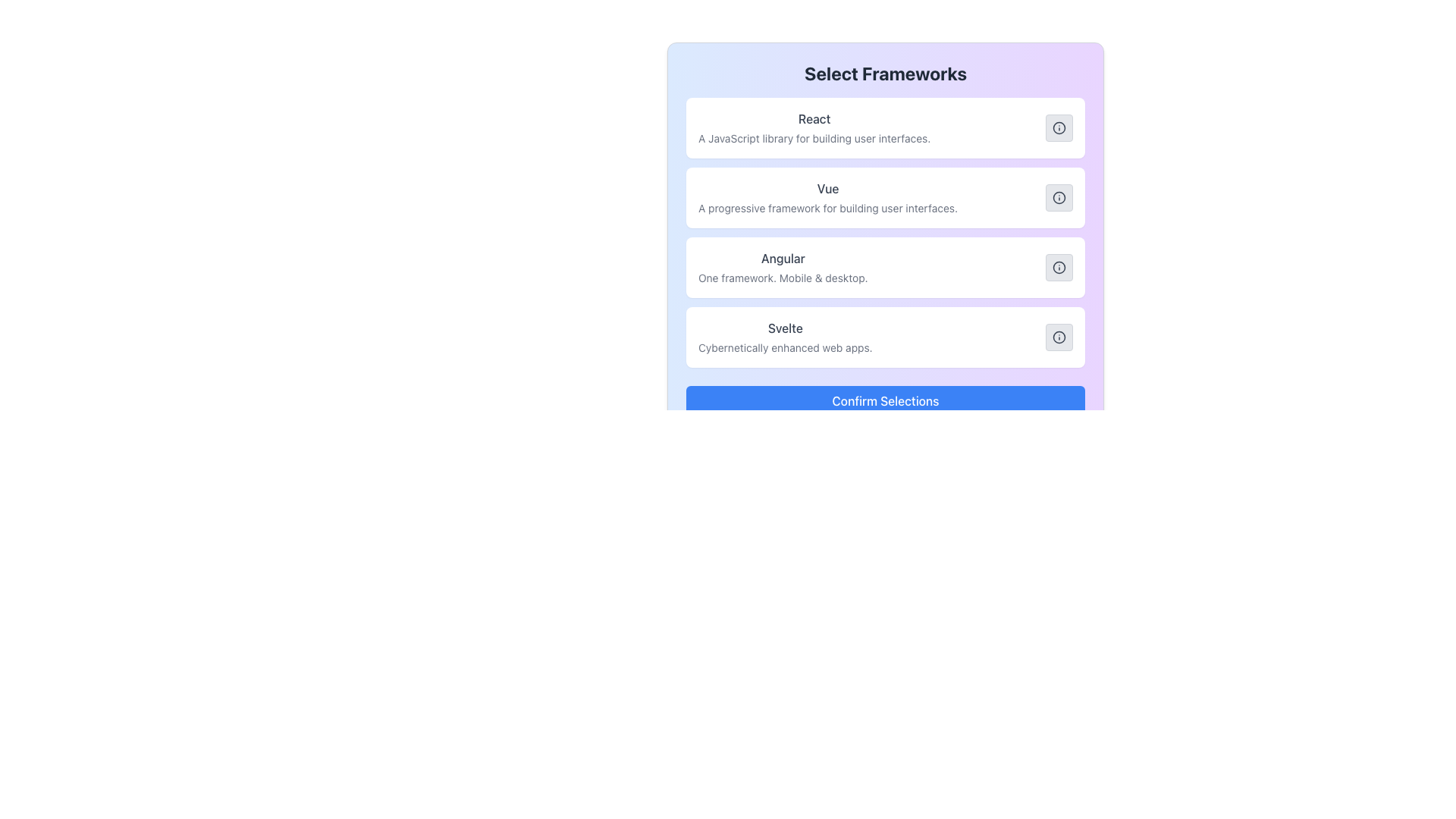  What do you see at coordinates (1058, 127) in the screenshot?
I see `the small circular information icon located to the right of the text 'React' in the 'Select Frameworks' list` at bounding box center [1058, 127].